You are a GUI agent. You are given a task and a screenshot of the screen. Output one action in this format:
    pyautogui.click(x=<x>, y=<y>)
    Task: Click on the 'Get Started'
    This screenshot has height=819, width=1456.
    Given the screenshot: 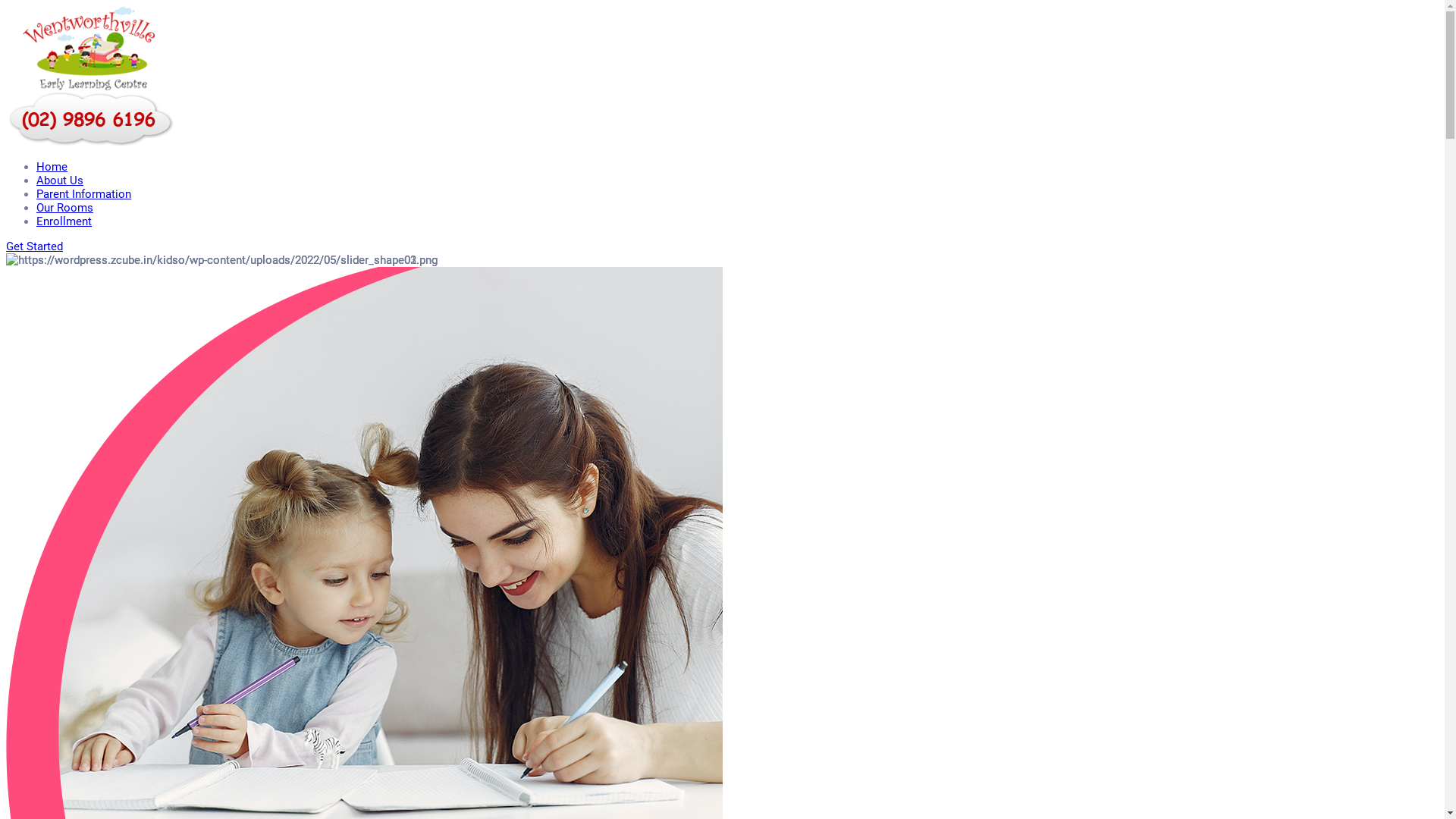 What is the action you would take?
    pyautogui.click(x=34, y=245)
    